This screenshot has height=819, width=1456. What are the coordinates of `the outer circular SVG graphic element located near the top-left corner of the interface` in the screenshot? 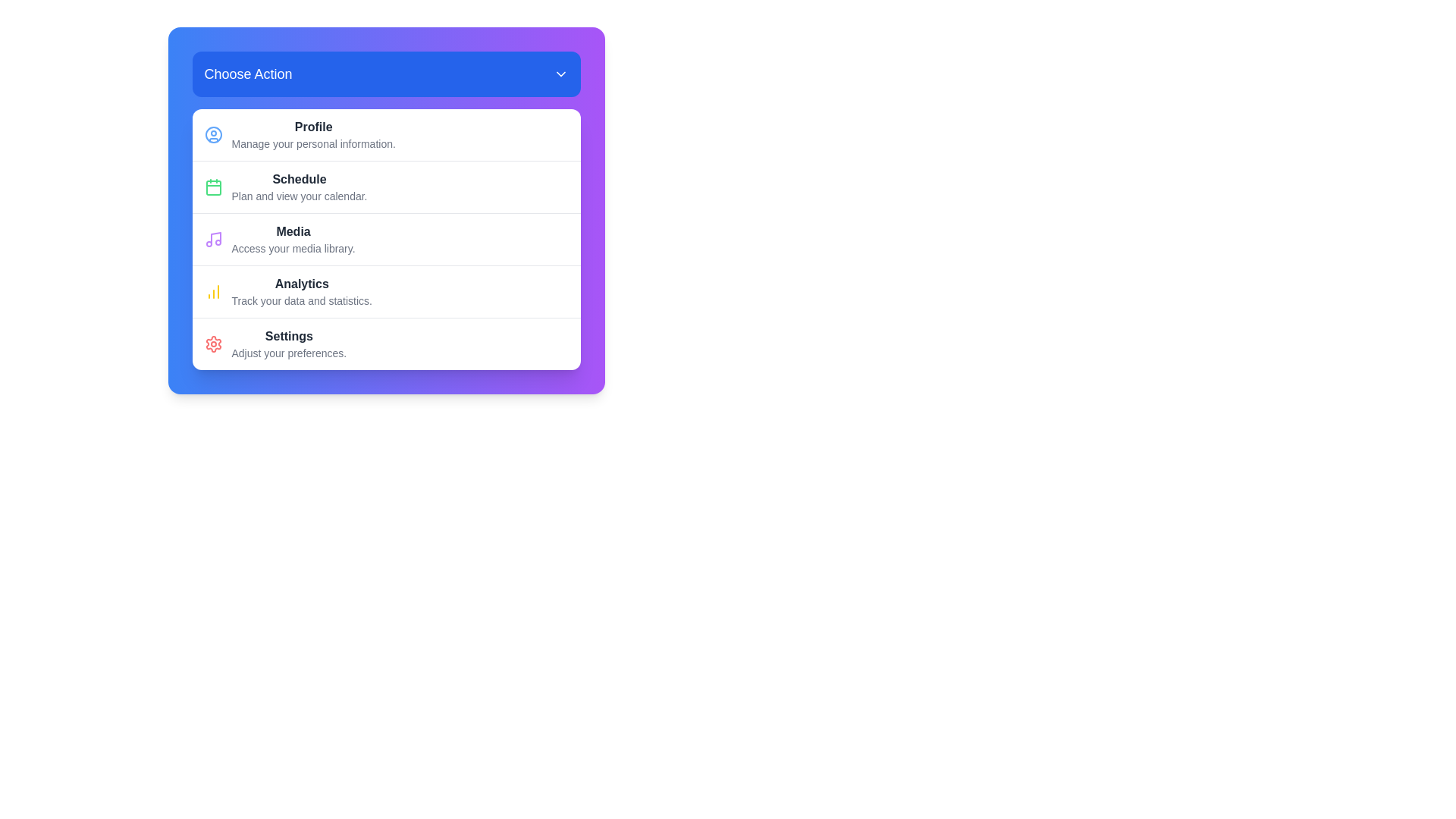 It's located at (212, 133).